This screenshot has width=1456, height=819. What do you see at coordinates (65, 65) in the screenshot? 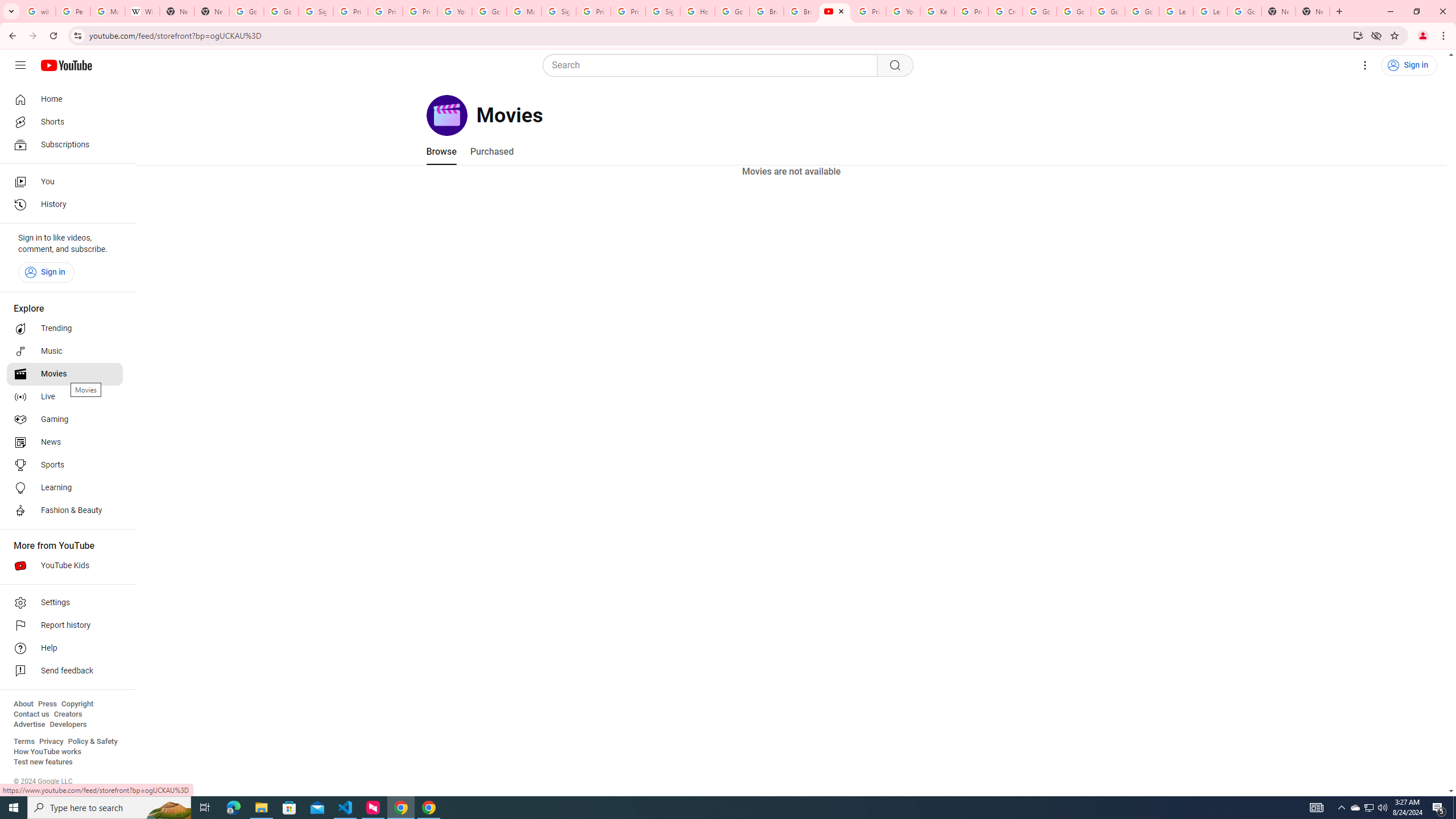
I see `'YouTube Home'` at bounding box center [65, 65].